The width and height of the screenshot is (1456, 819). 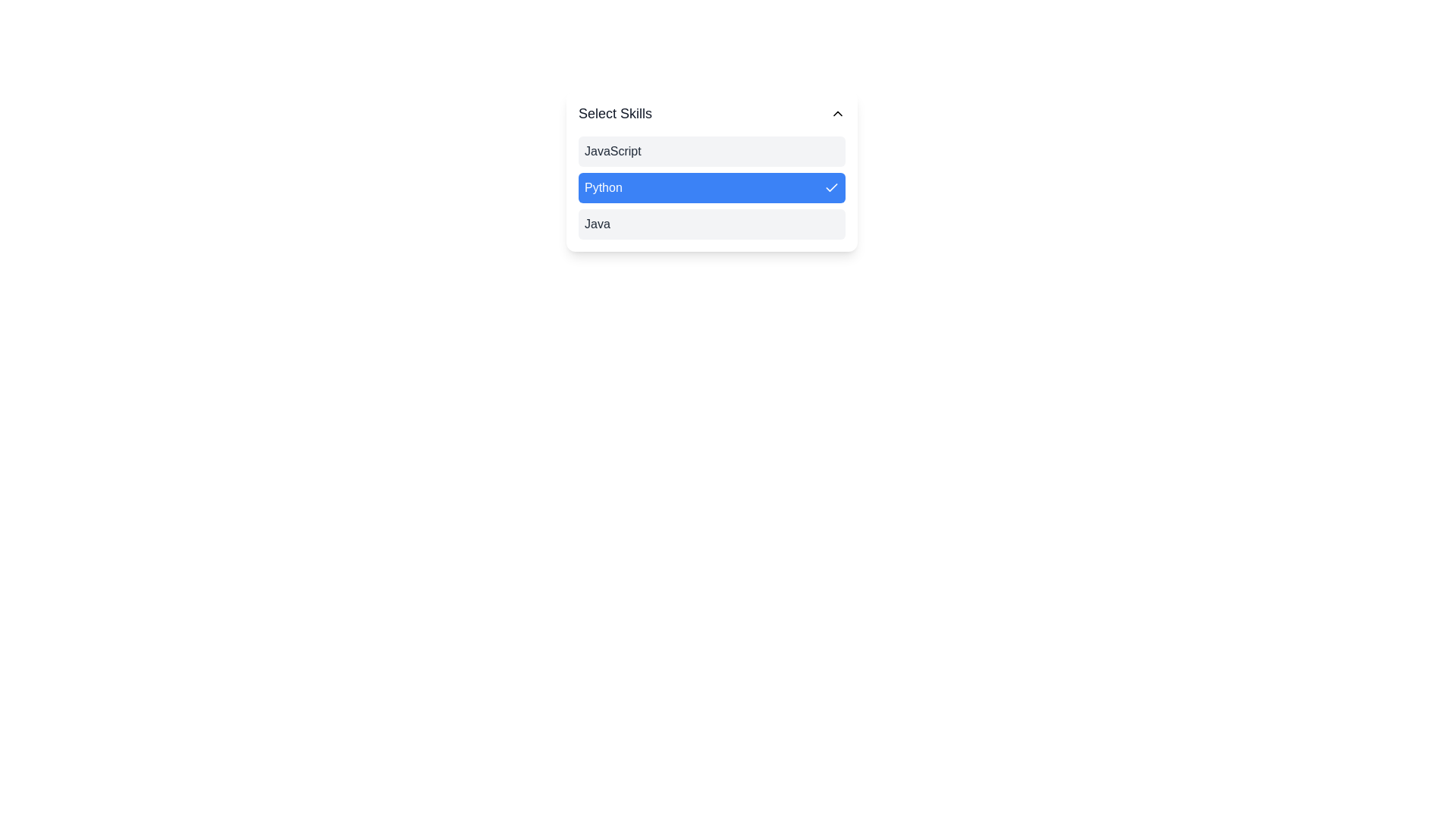 What do you see at coordinates (711, 113) in the screenshot?
I see `the dropdown header to toggle its visibility` at bounding box center [711, 113].